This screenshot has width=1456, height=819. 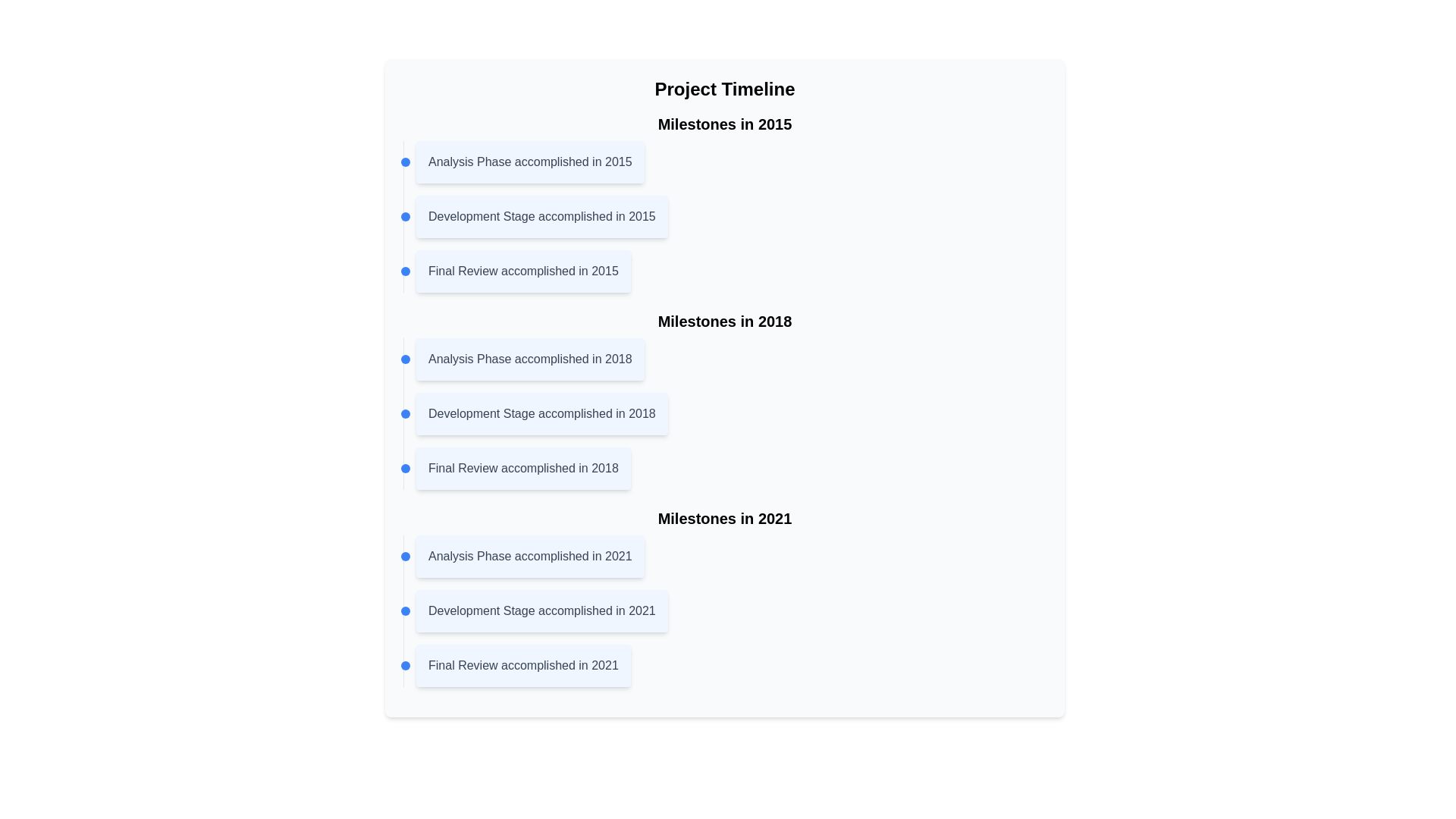 What do you see at coordinates (523, 665) in the screenshot?
I see `the static text display component for the timeline milestone that shows 'Final Review accomplished in 2021', which is the last entry under the 'Milestones in 2021' section` at bounding box center [523, 665].